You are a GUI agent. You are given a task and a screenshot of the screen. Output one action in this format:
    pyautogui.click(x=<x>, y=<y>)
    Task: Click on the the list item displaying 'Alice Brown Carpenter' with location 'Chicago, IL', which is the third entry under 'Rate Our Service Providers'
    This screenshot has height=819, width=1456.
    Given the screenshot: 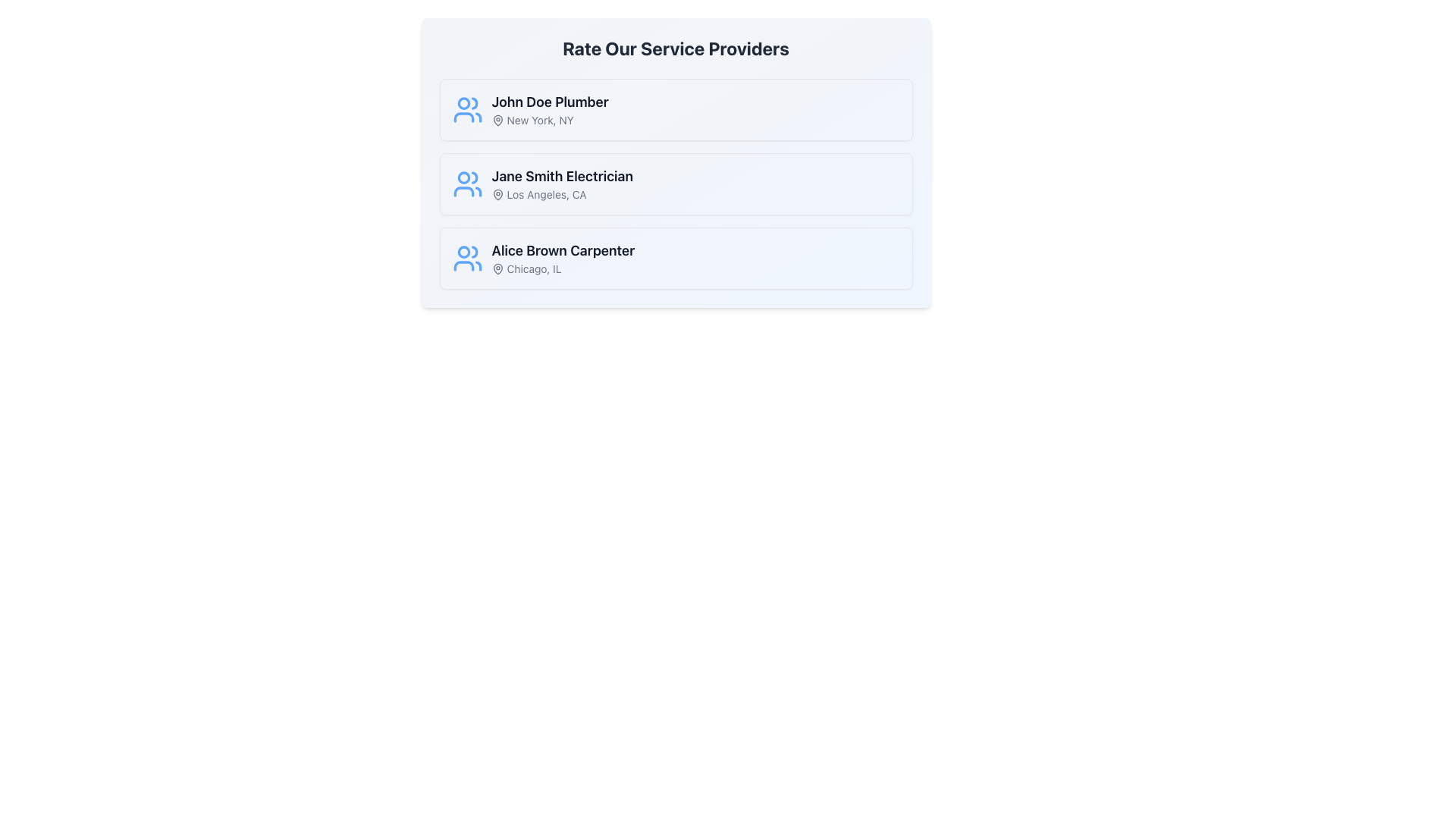 What is the action you would take?
    pyautogui.click(x=562, y=257)
    